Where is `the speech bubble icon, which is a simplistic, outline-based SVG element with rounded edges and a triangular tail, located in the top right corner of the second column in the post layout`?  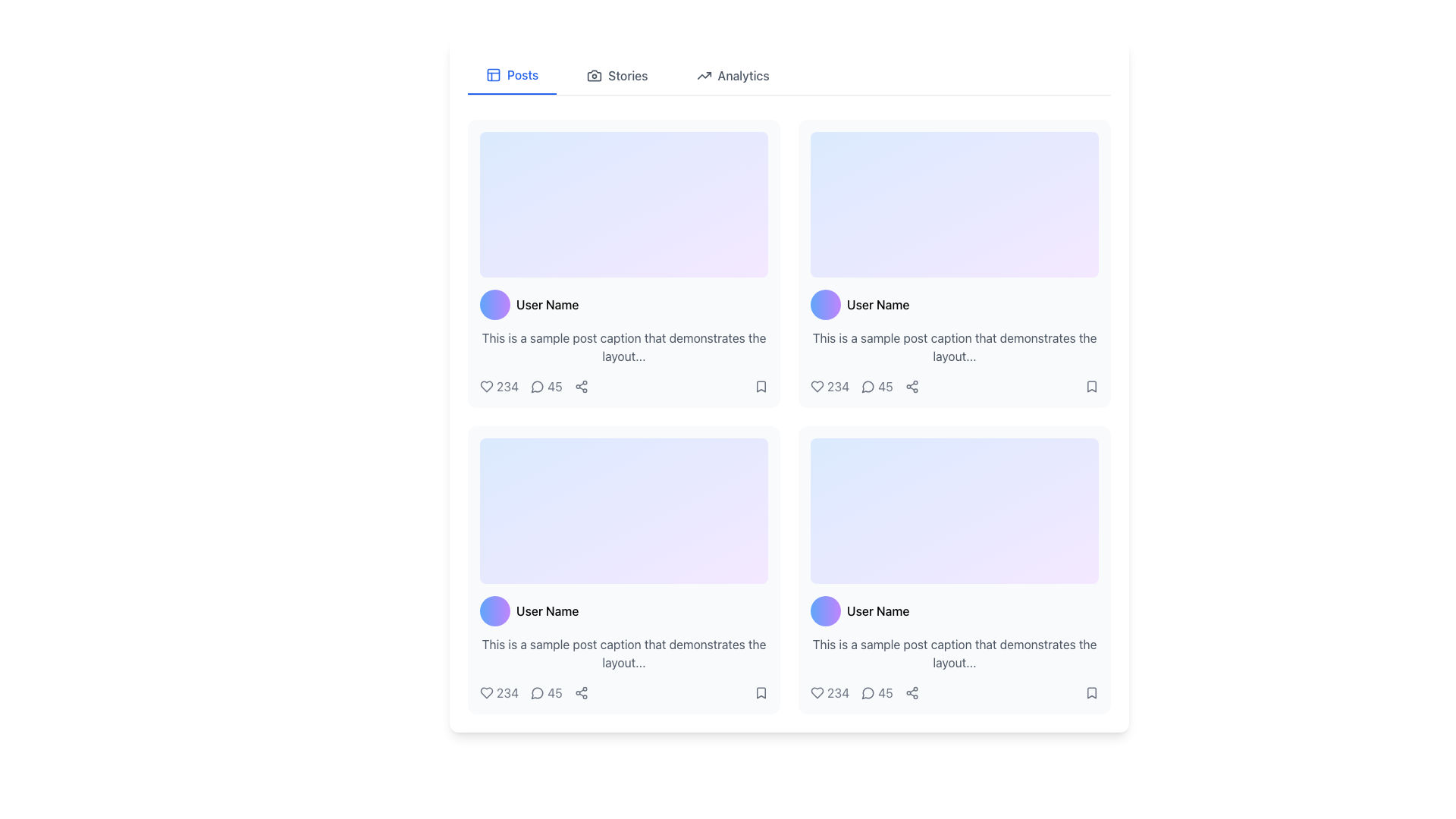 the speech bubble icon, which is a simplistic, outline-based SVG element with rounded edges and a triangular tail, located in the top right corner of the second column in the post layout is located at coordinates (868, 386).